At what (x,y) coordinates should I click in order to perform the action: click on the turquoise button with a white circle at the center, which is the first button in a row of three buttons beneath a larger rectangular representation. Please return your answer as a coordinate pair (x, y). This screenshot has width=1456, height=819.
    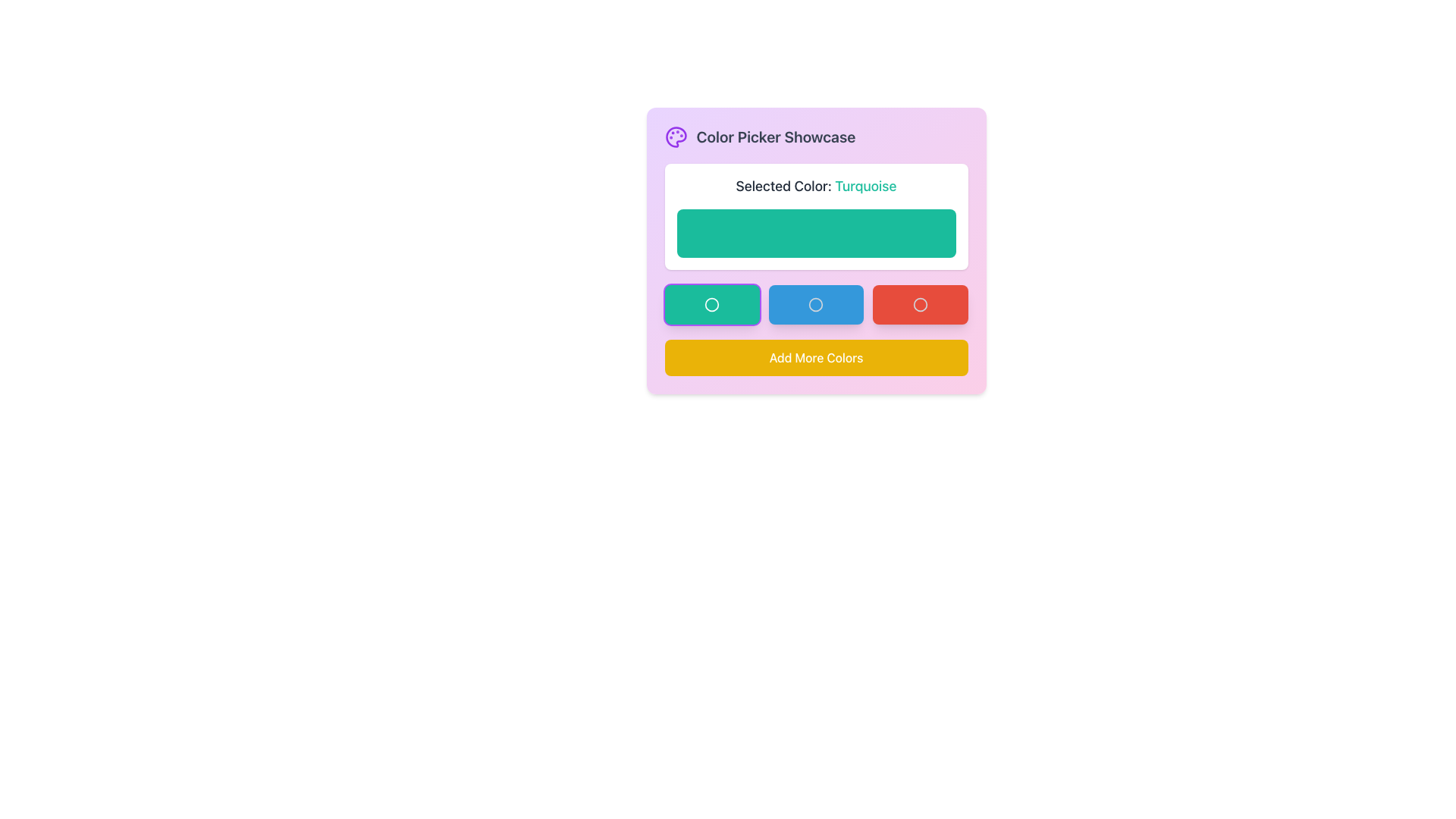
    Looking at the image, I should click on (711, 304).